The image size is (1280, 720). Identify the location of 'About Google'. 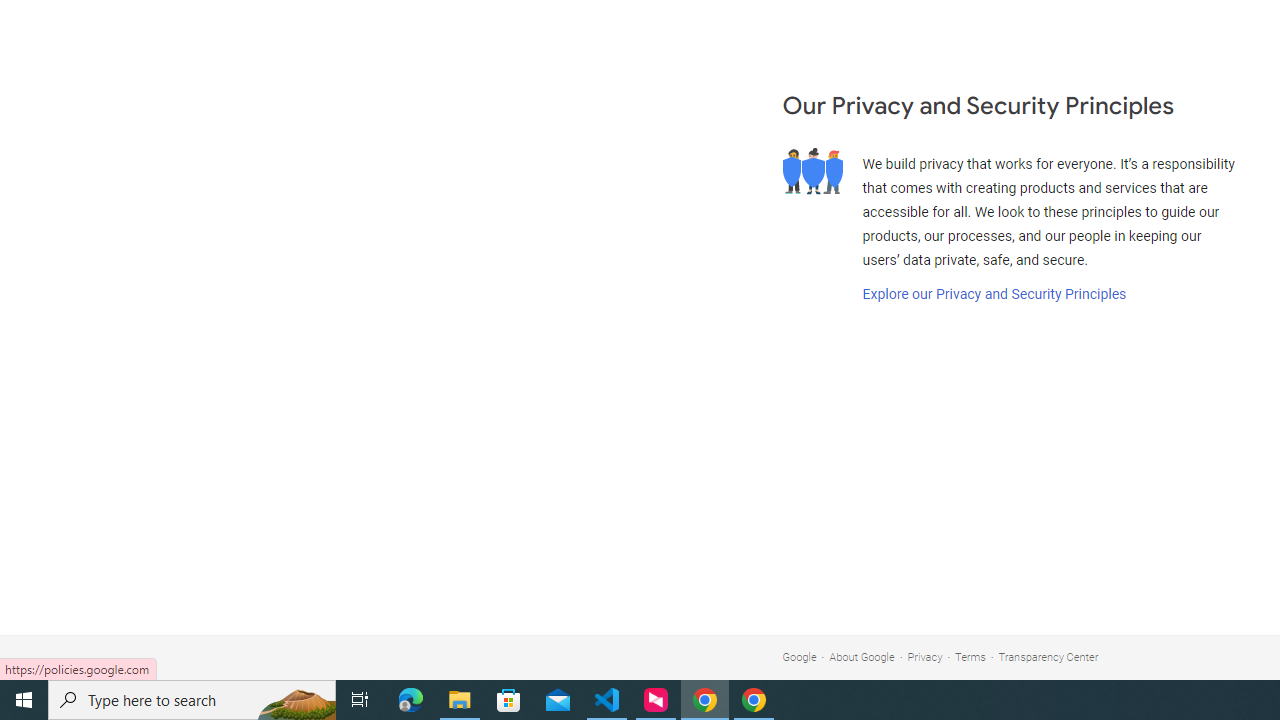
(862, 657).